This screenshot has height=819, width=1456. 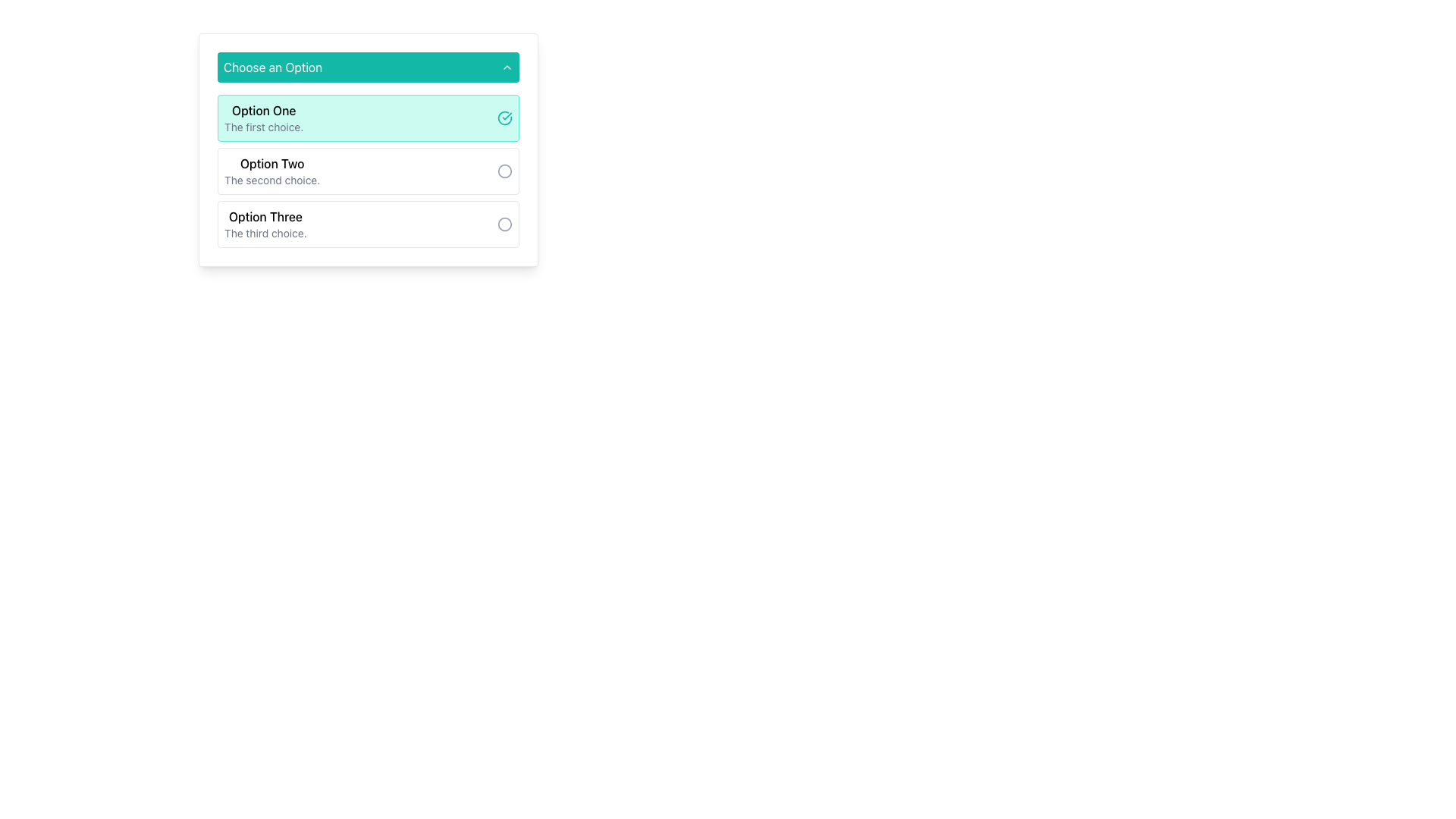 What do you see at coordinates (368, 171) in the screenshot?
I see `the radio button next to 'Option Two' in the vertical stack of radio button options` at bounding box center [368, 171].